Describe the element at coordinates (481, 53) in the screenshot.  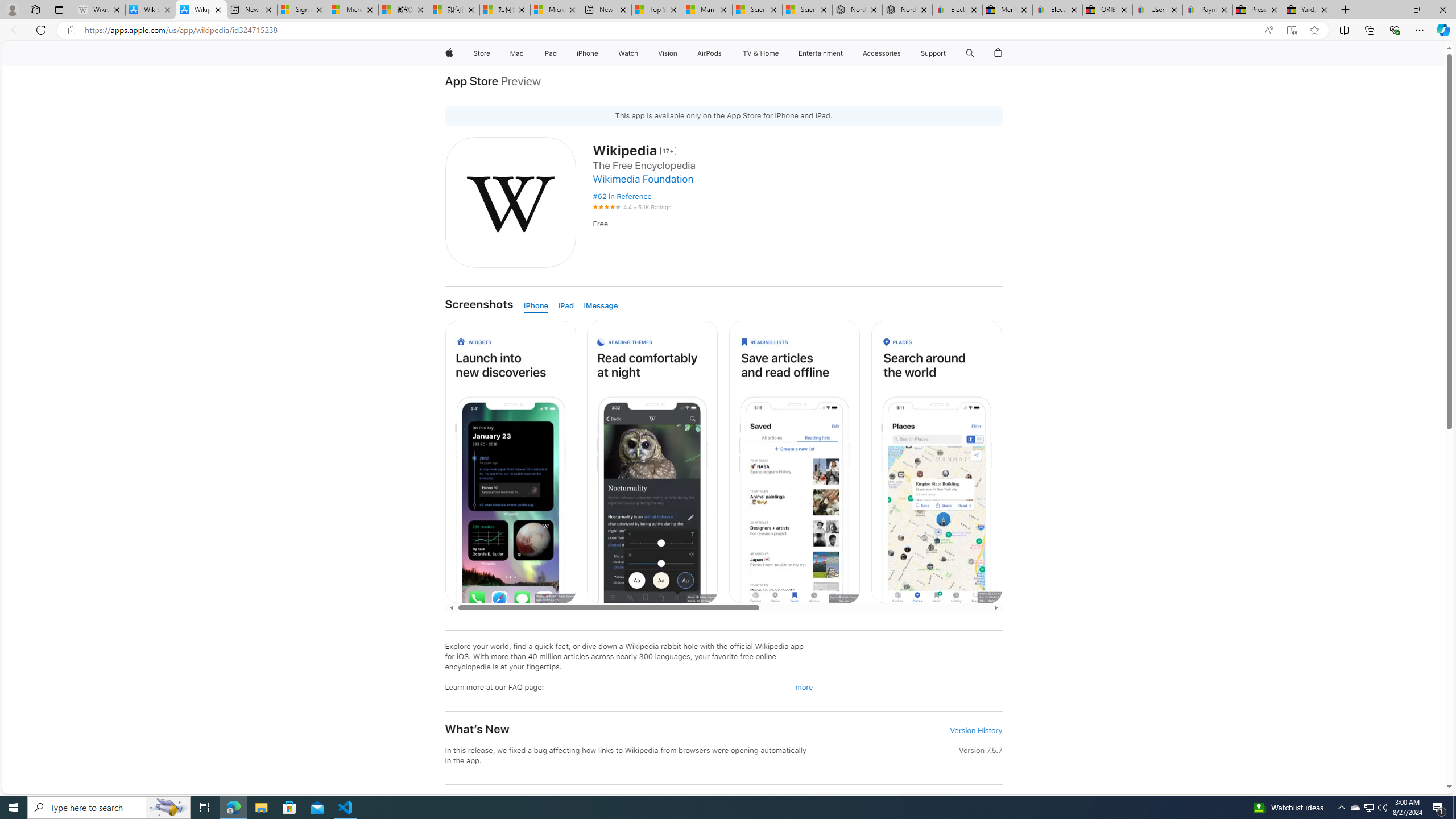
I see `'Store'` at that location.